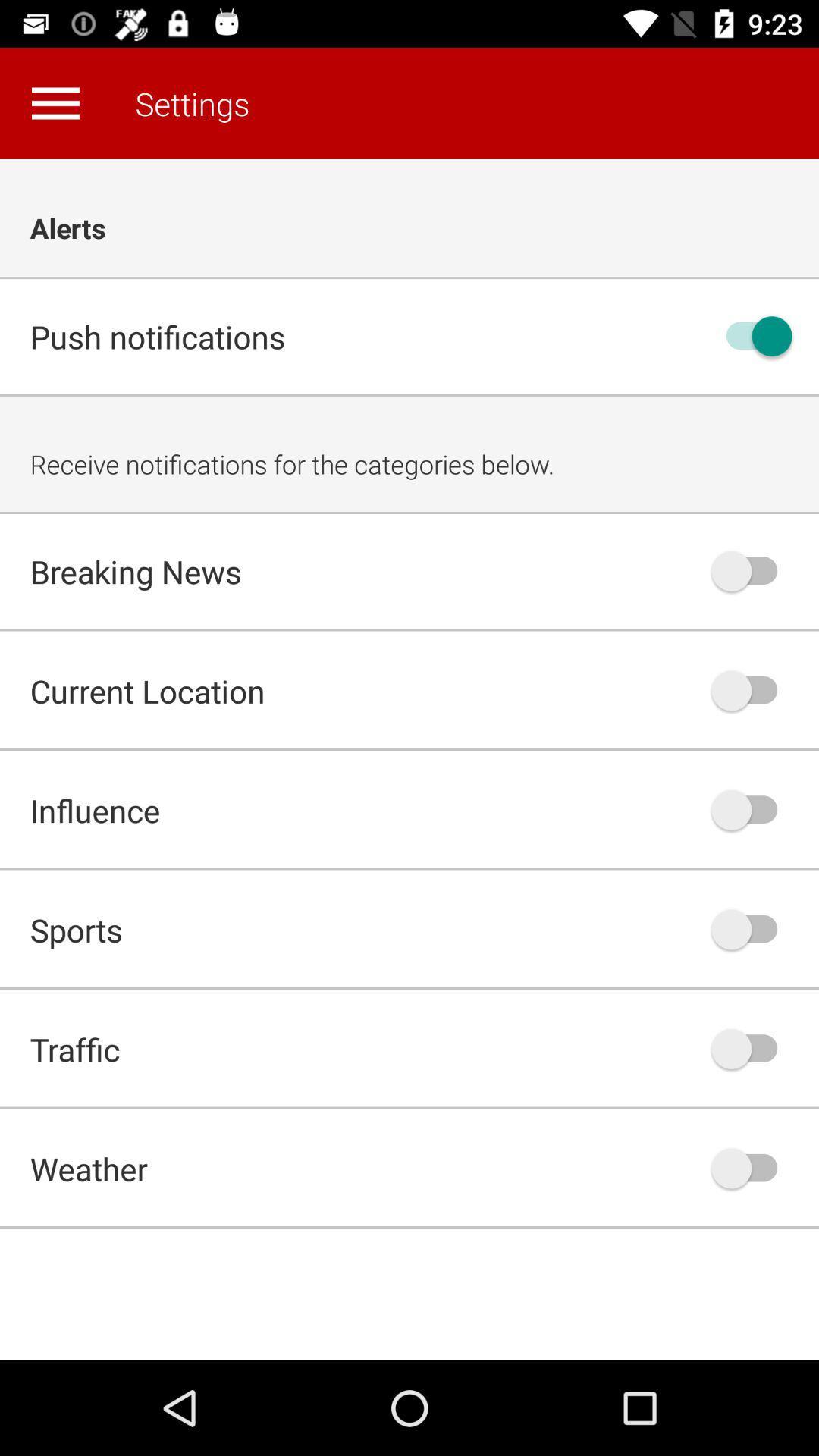 This screenshot has width=819, height=1456. I want to click on on and off, so click(752, 928).